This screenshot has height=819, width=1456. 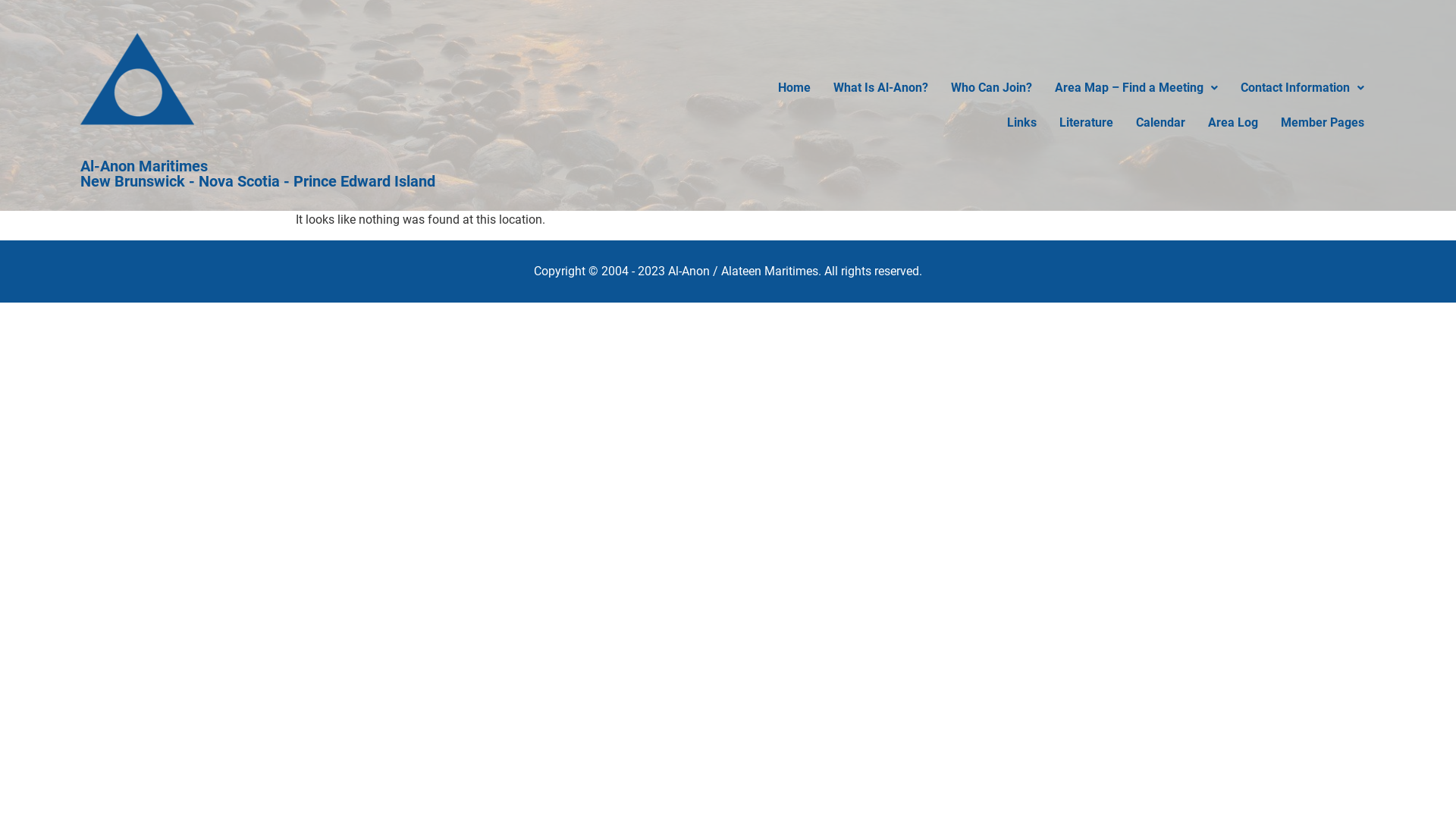 What do you see at coordinates (1159, 122) in the screenshot?
I see `'Calendar'` at bounding box center [1159, 122].